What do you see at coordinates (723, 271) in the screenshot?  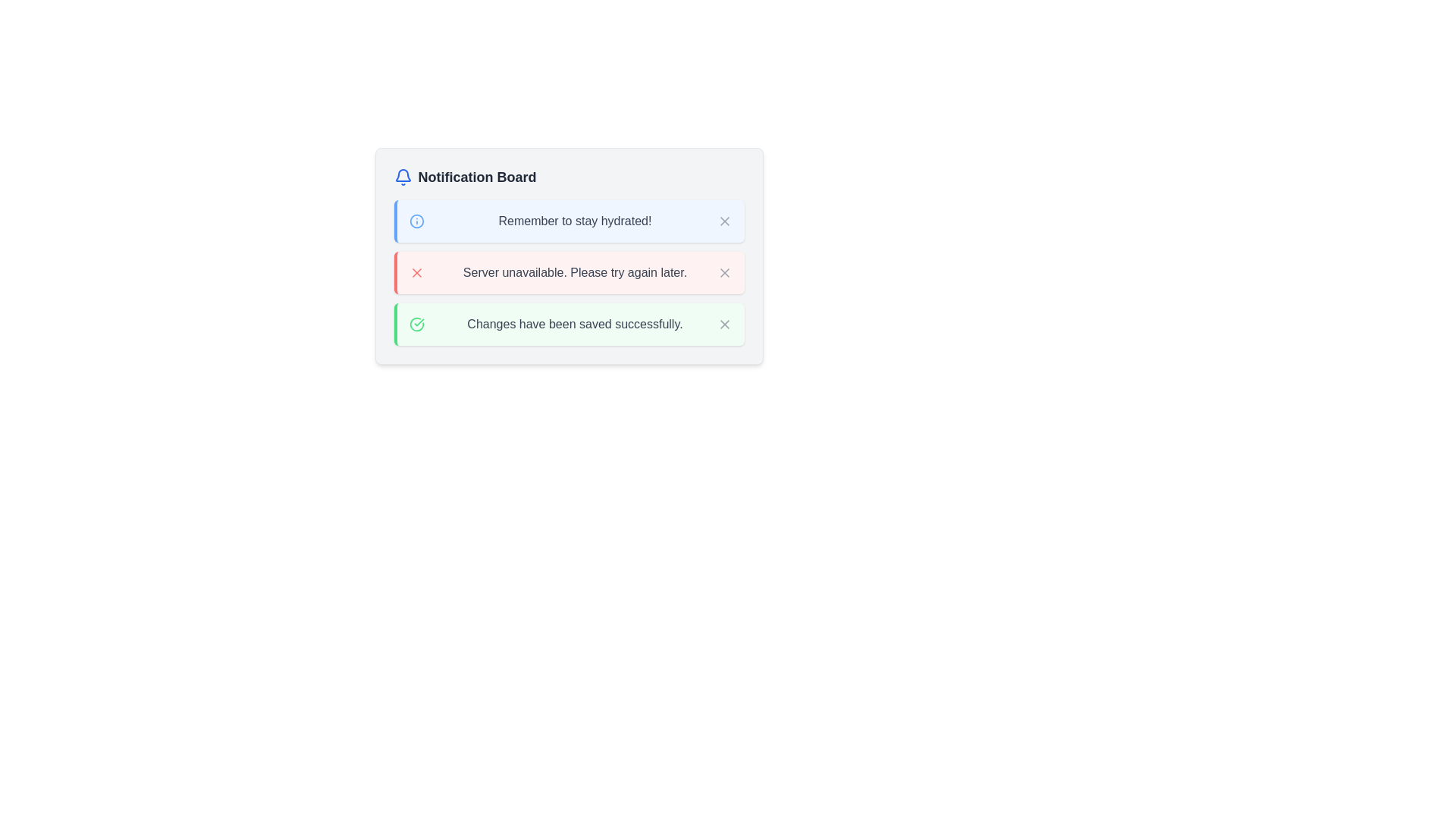 I see `the 'X' icon, which is located to the far-right of the notification bar displaying the message 'Server unavailable. Please try again later.'` at bounding box center [723, 271].